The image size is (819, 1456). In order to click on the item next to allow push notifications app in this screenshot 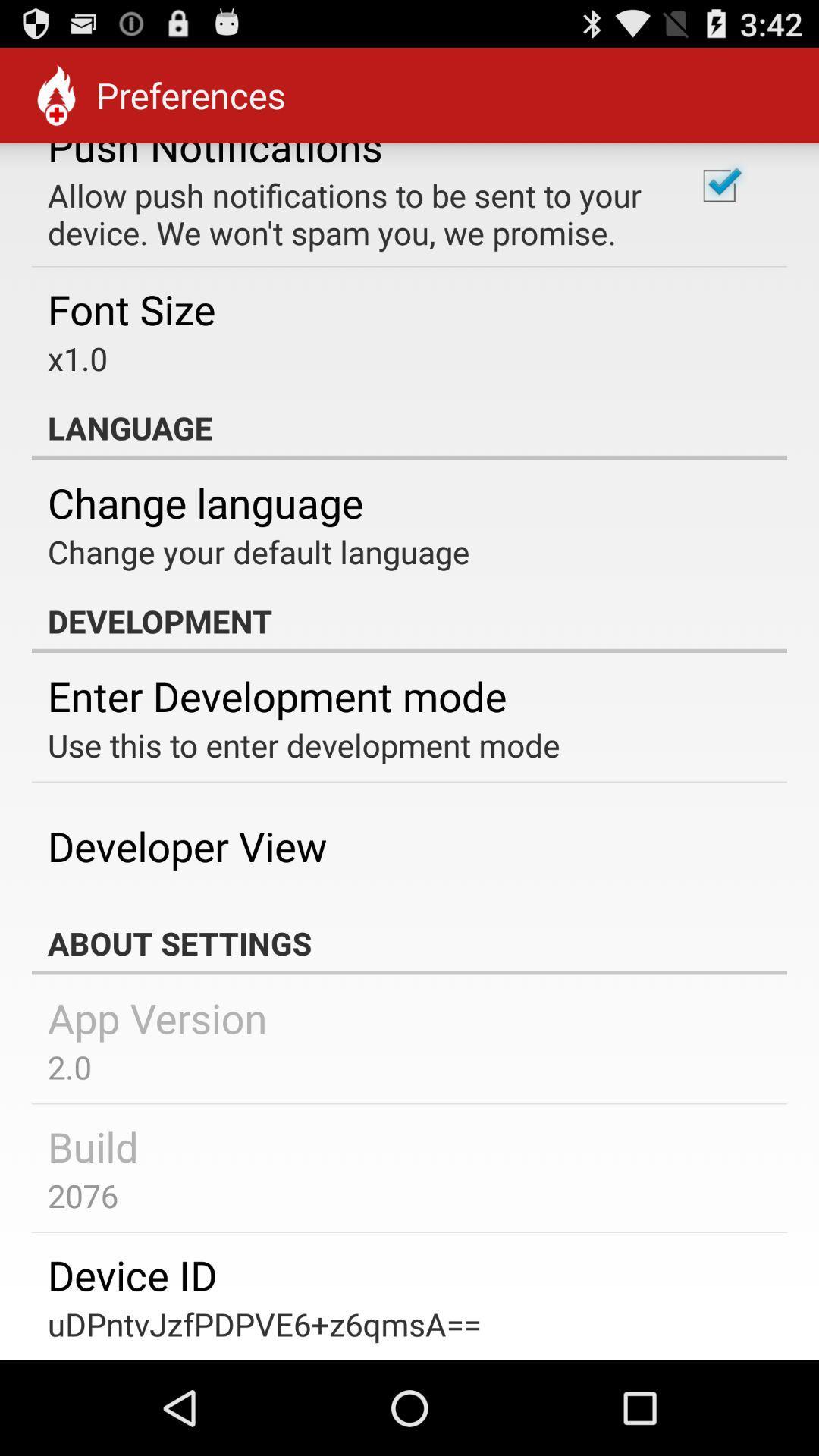, I will do `click(718, 185)`.